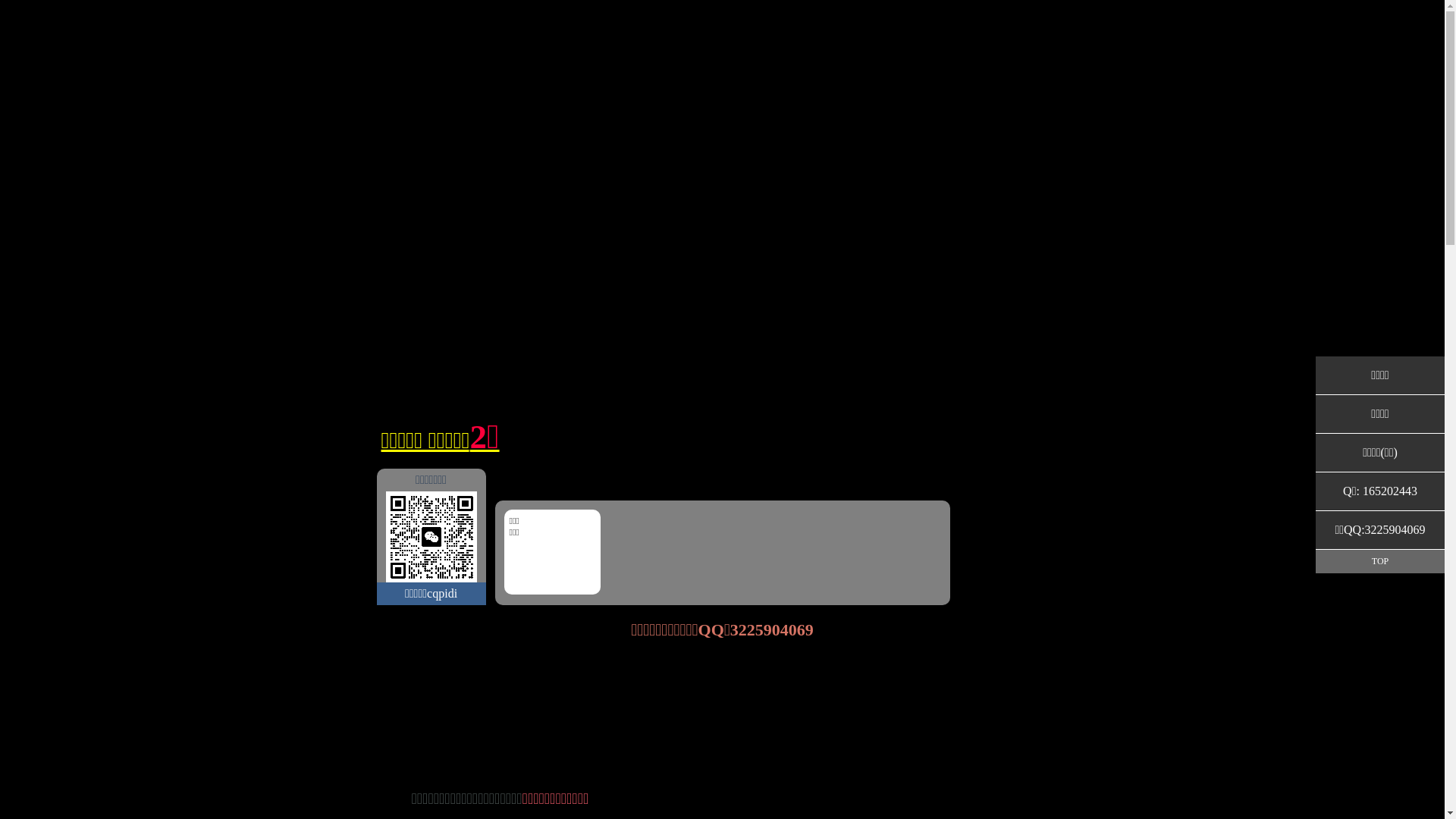 This screenshot has height=819, width=1456. Describe the element at coordinates (1314, 561) in the screenshot. I see `'TOP'` at that location.